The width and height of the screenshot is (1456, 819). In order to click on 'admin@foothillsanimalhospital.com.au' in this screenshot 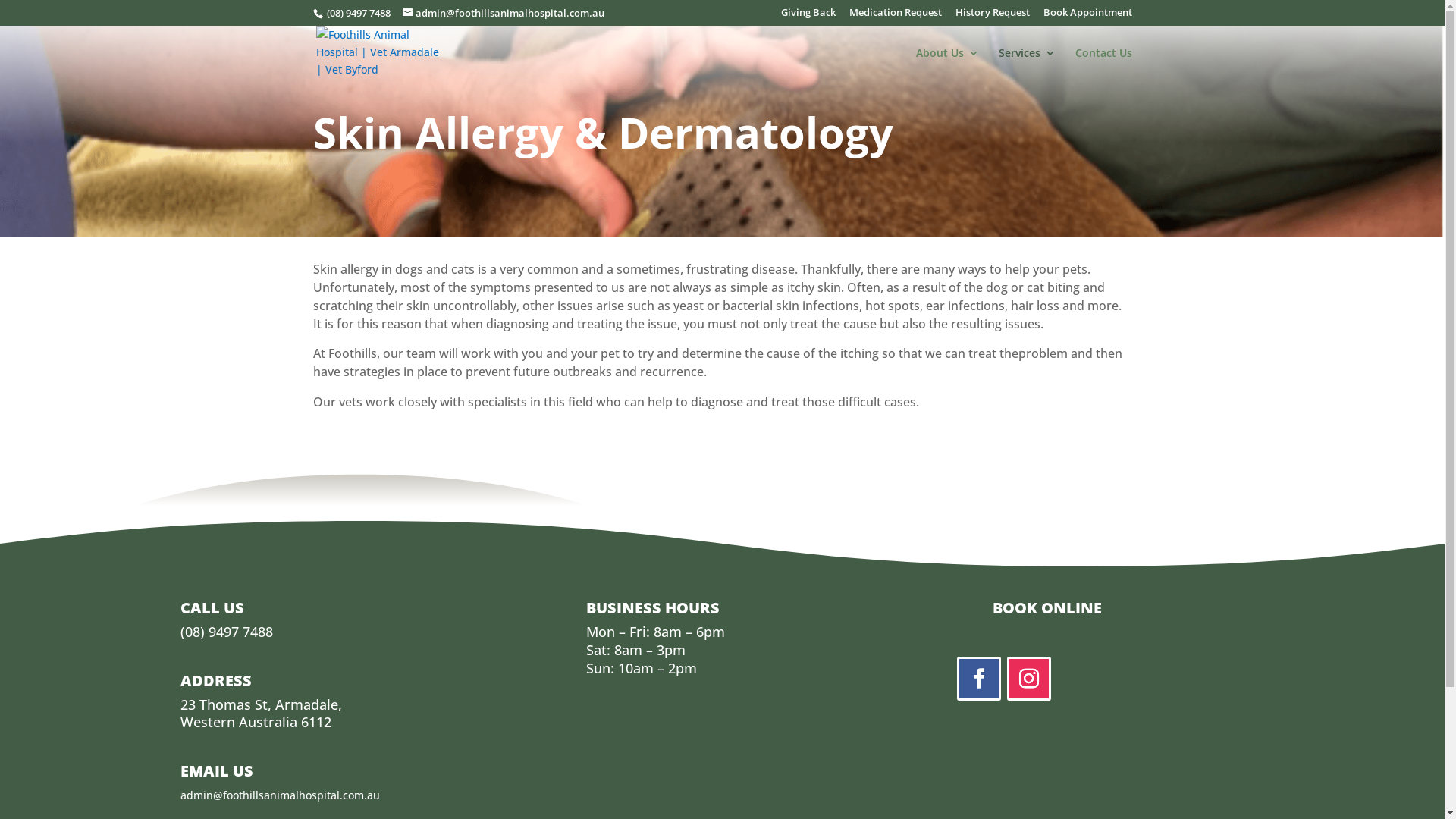, I will do `click(401, 12)`.